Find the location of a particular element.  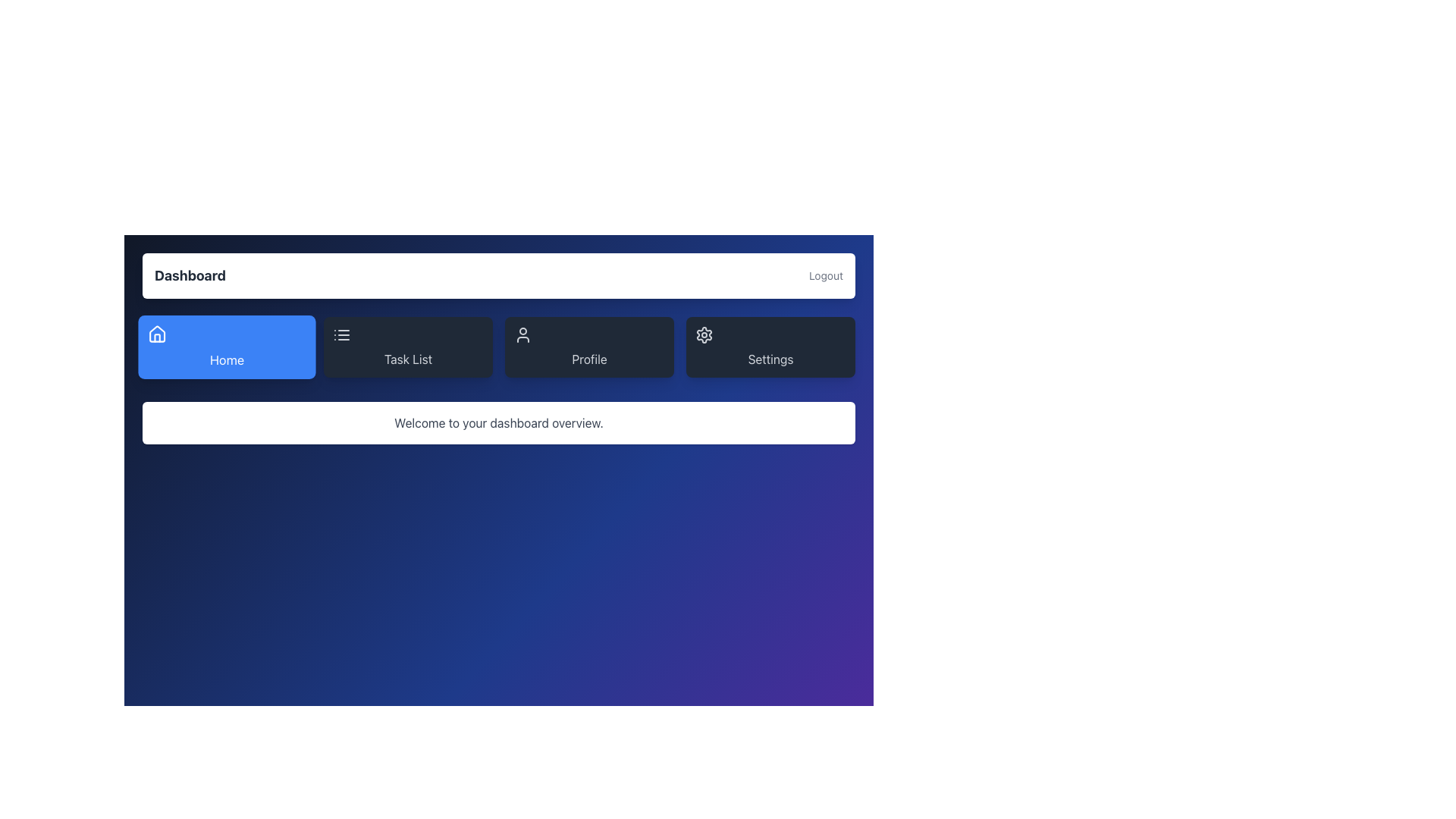

the 'Settings' button located in the fourth position from the left in the upper section of the interface to trigger visual effects is located at coordinates (770, 347).